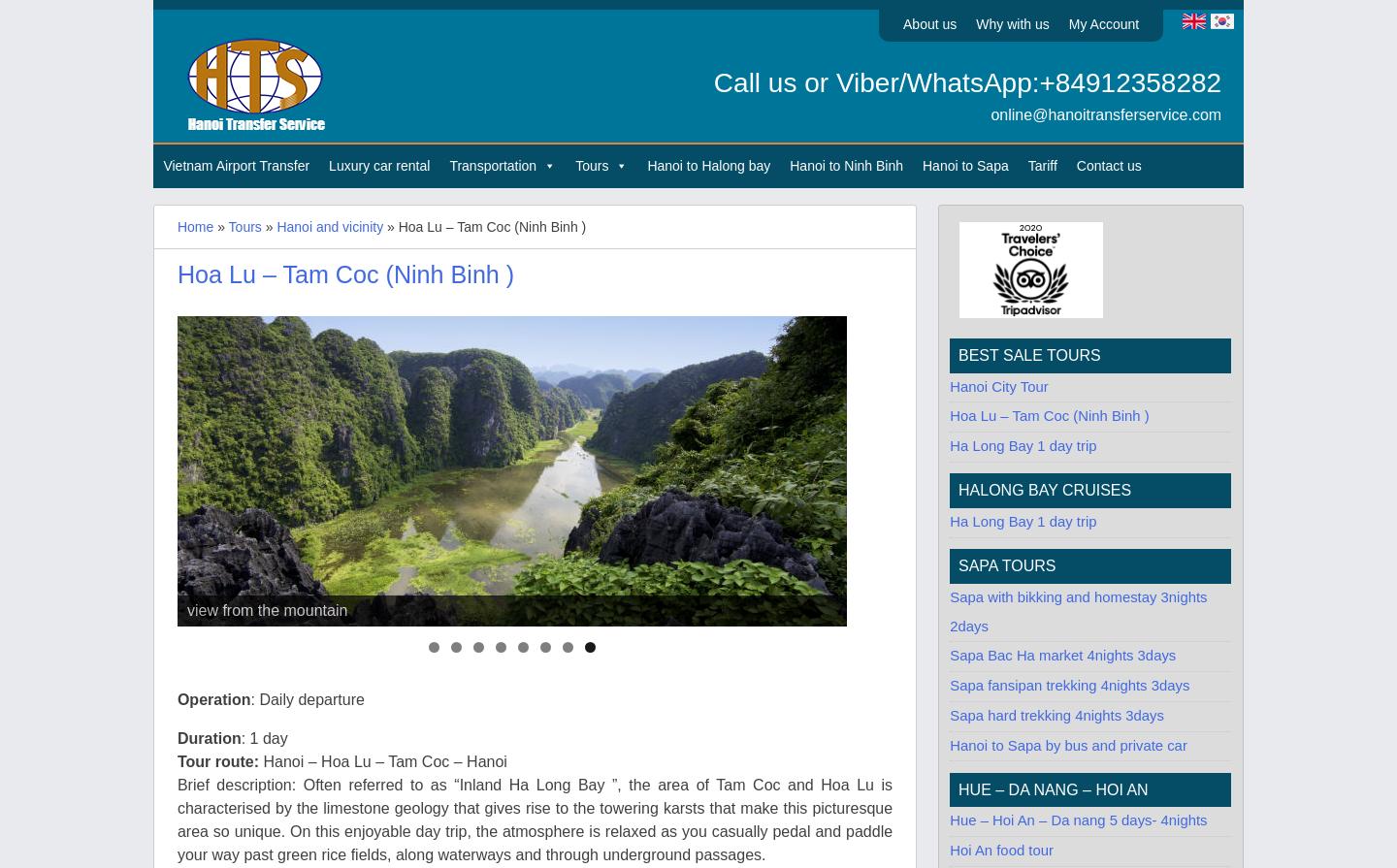 The image size is (1397, 868). I want to click on 'North Vietnam', so click(617, 207).